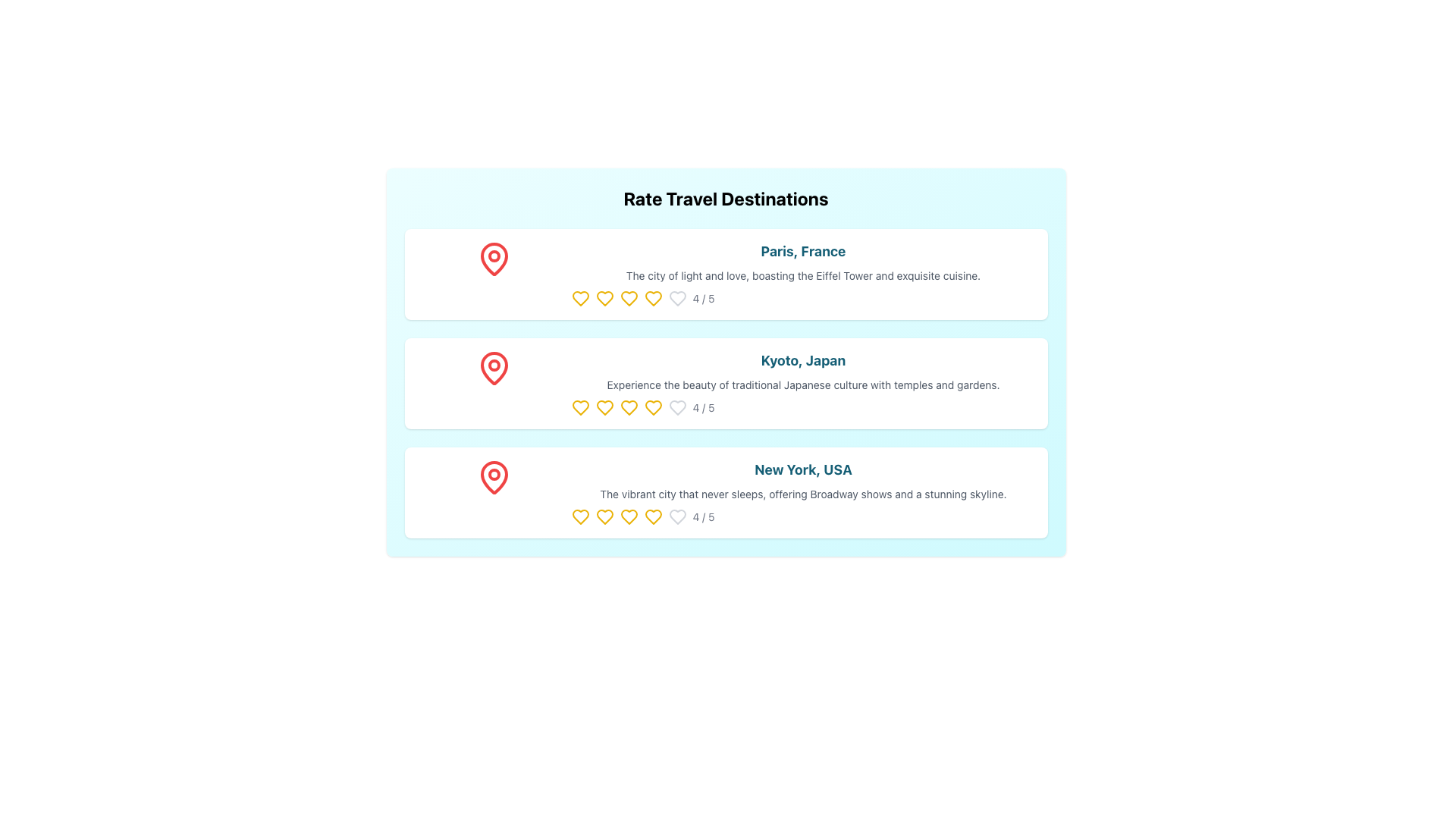  Describe the element at coordinates (604, 406) in the screenshot. I see `the second heart-shaped Rating icon in the row aligned with 'Kyoto, Japan'` at that location.